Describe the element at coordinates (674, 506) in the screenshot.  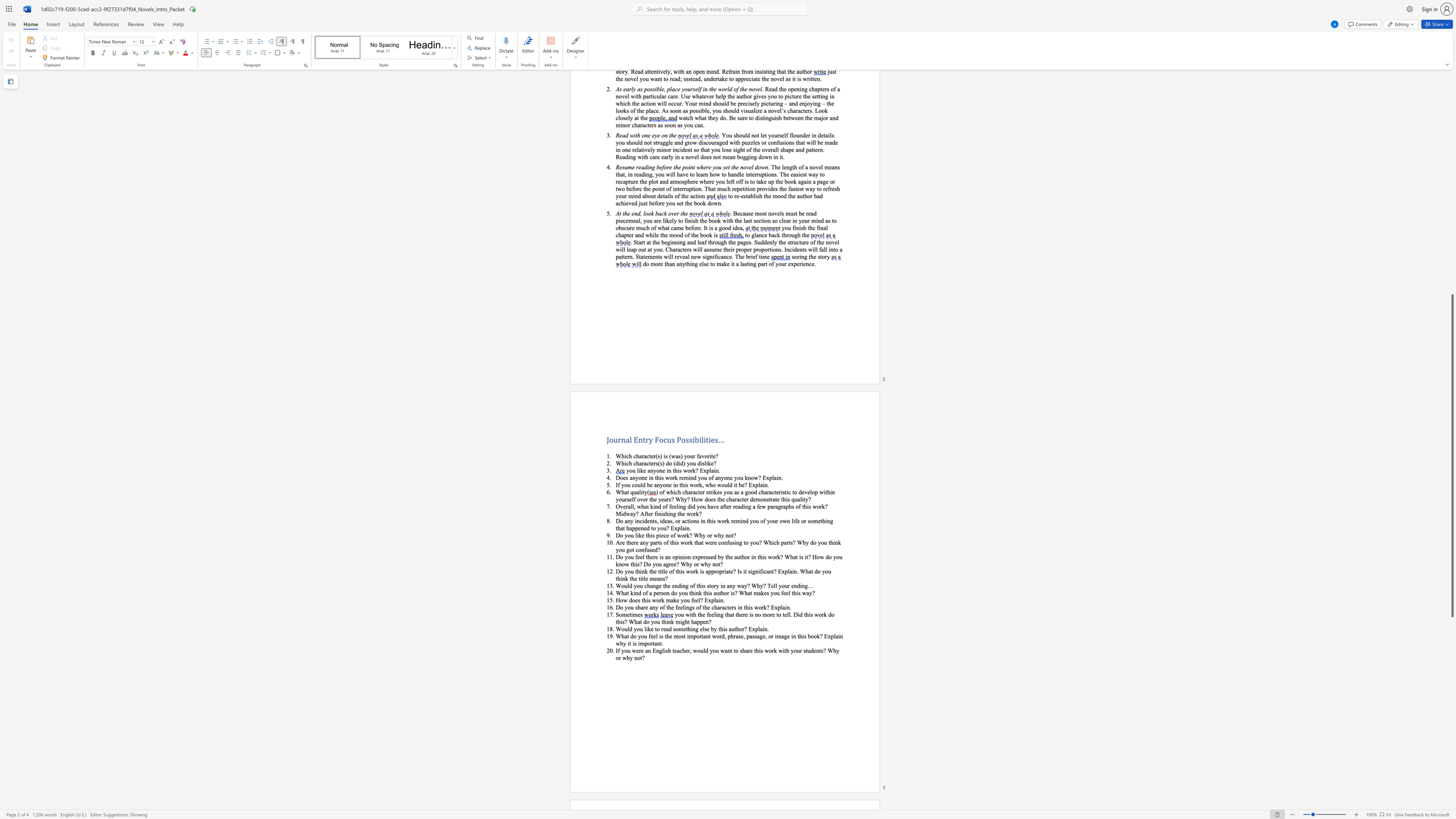
I see `the 3th character "e" in the text` at that location.